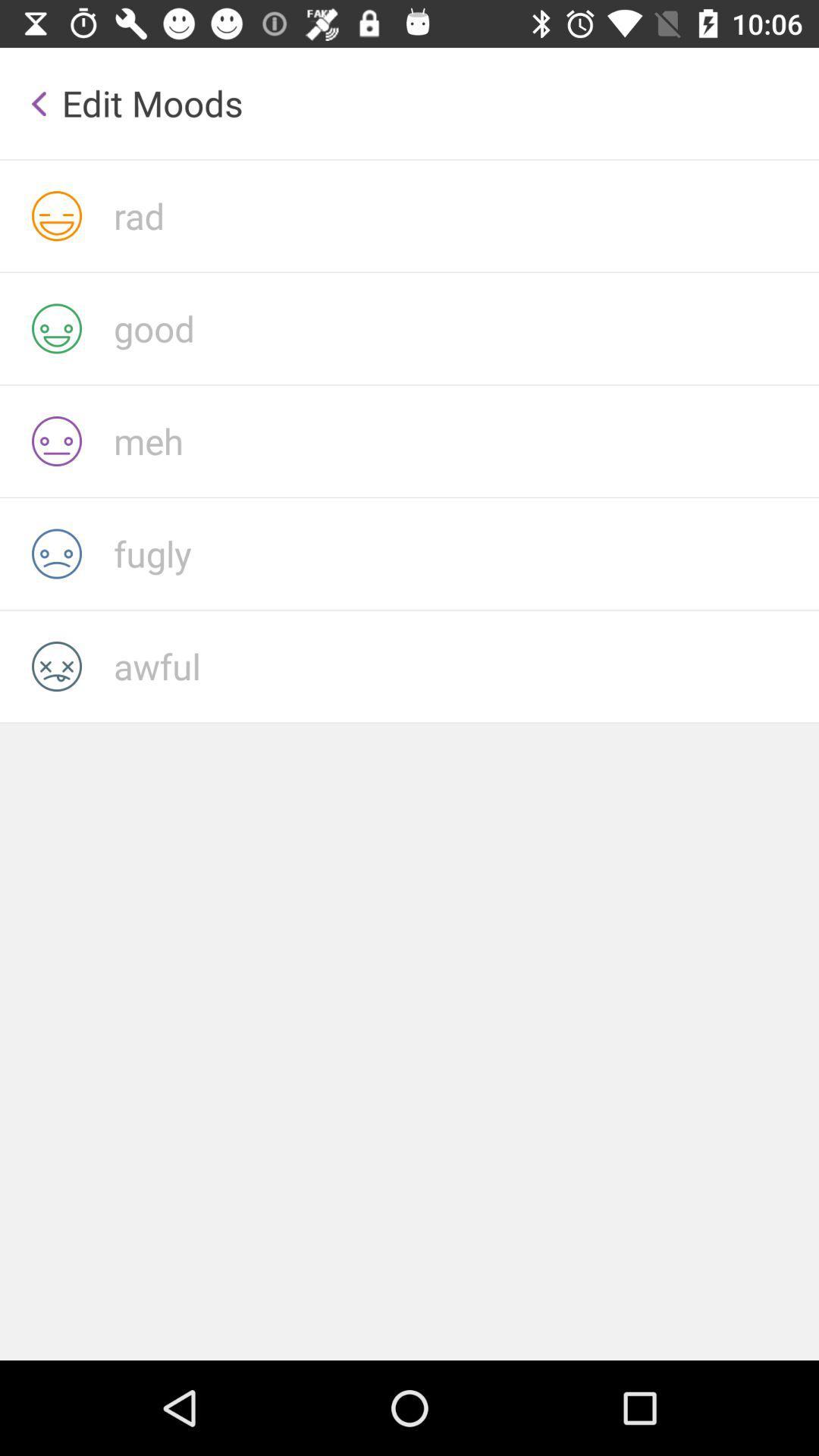 Image resolution: width=819 pixels, height=1456 pixels. I want to click on dissatisfied emoji, so click(465, 440).